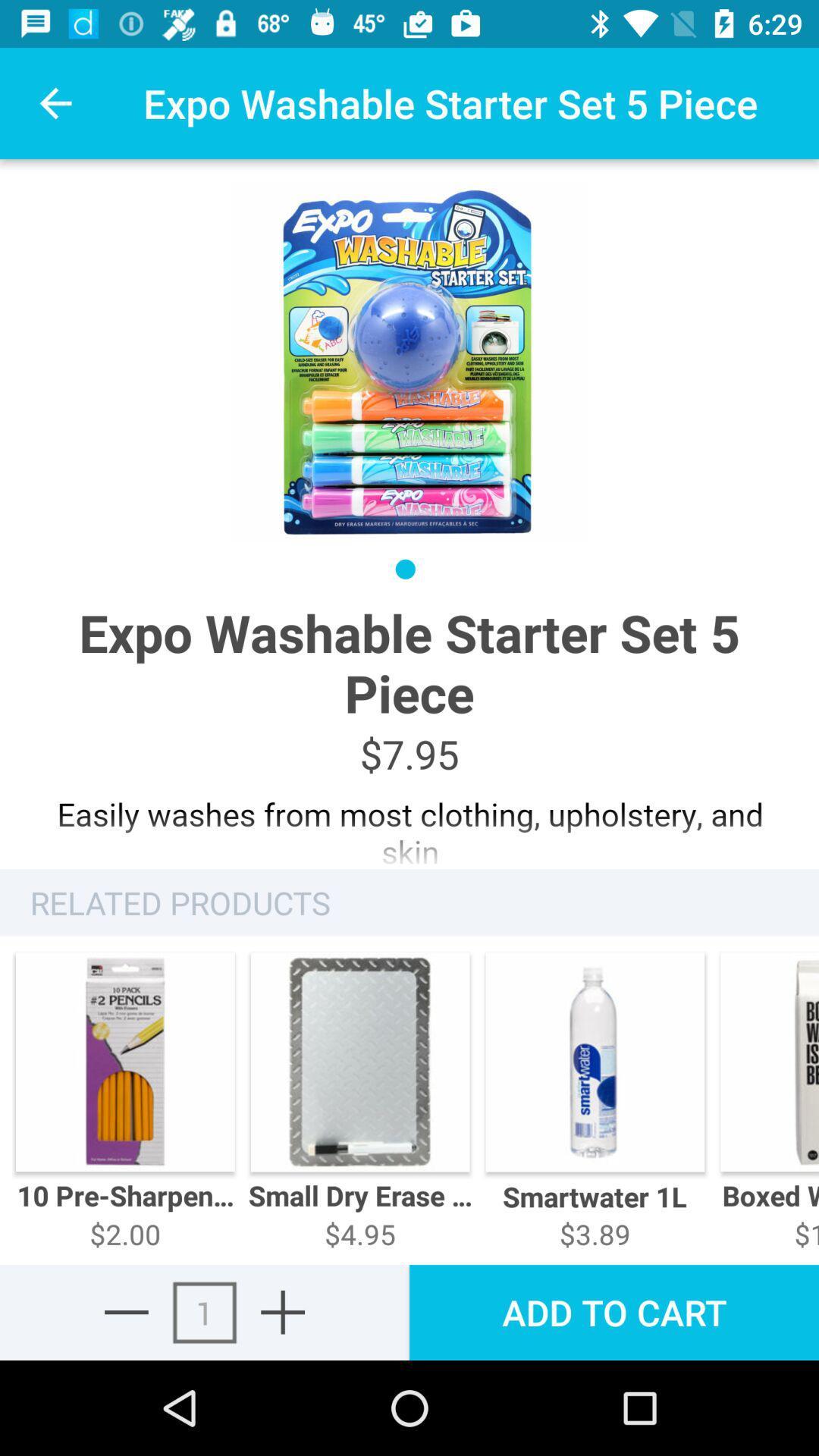 The width and height of the screenshot is (819, 1456). Describe the element at coordinates (283, 1311) in the screenshot. I see `zoom in the option` at that location.